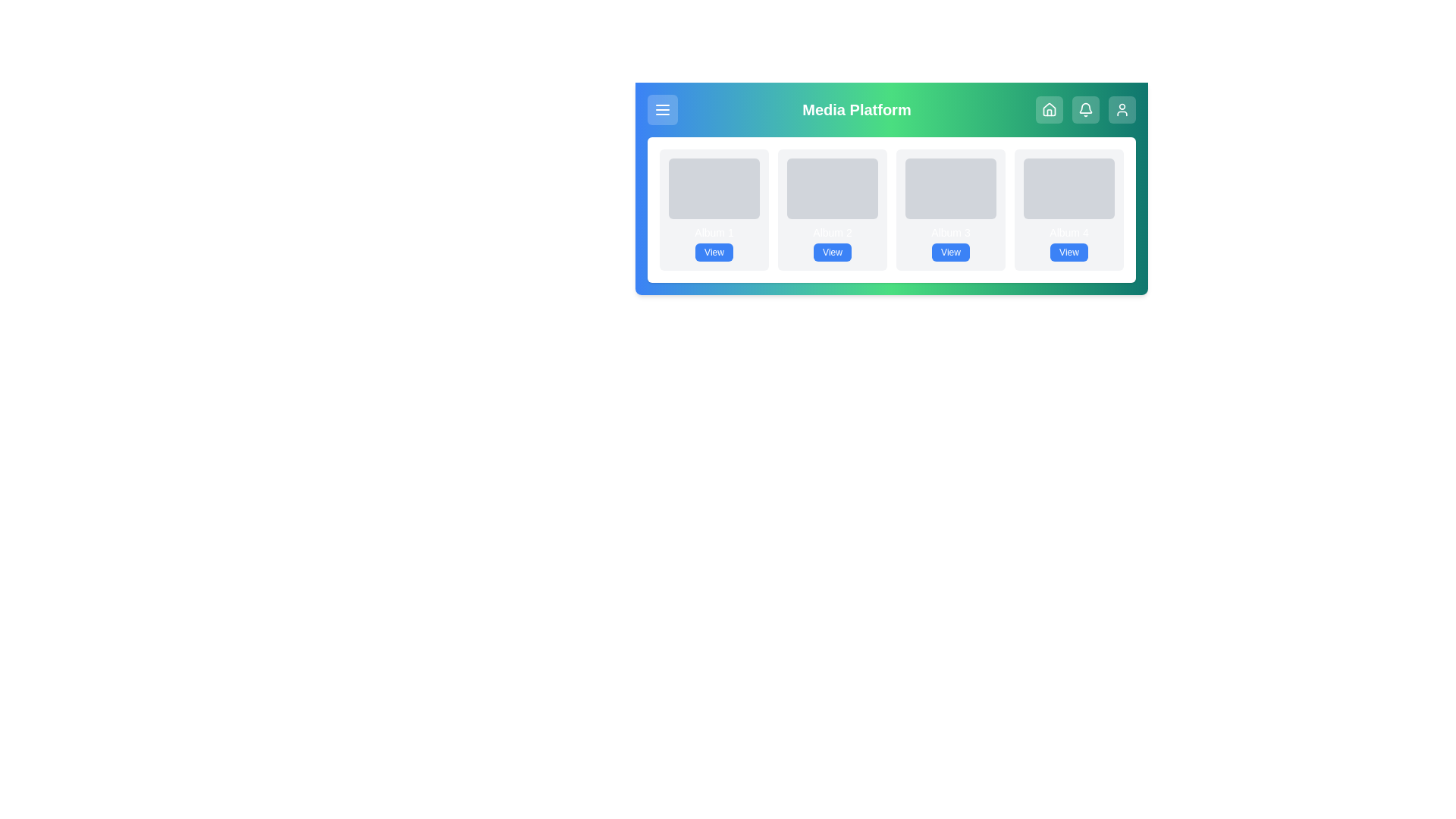  What do you see at coordinates (1121, 109) in the screenshot?
I see `the profile button to navigate to the corresponding section` at bounding box center [1121, 109].